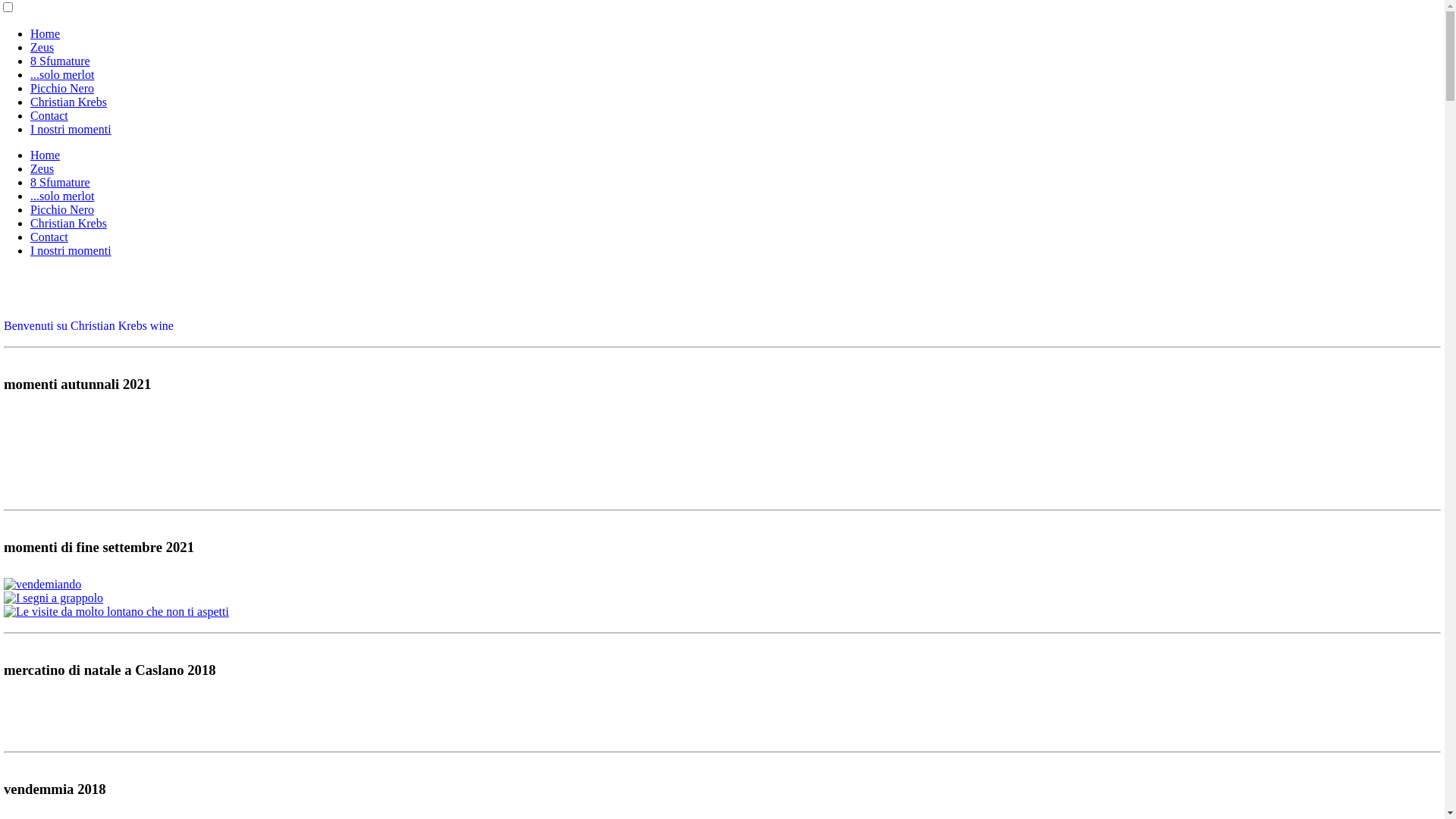 Image resolution: width=1456 pixels, height=819 pixels. Describe the element at coordinates (61, 74) in the screenshot. I see `'...solo merlot'` at that location.